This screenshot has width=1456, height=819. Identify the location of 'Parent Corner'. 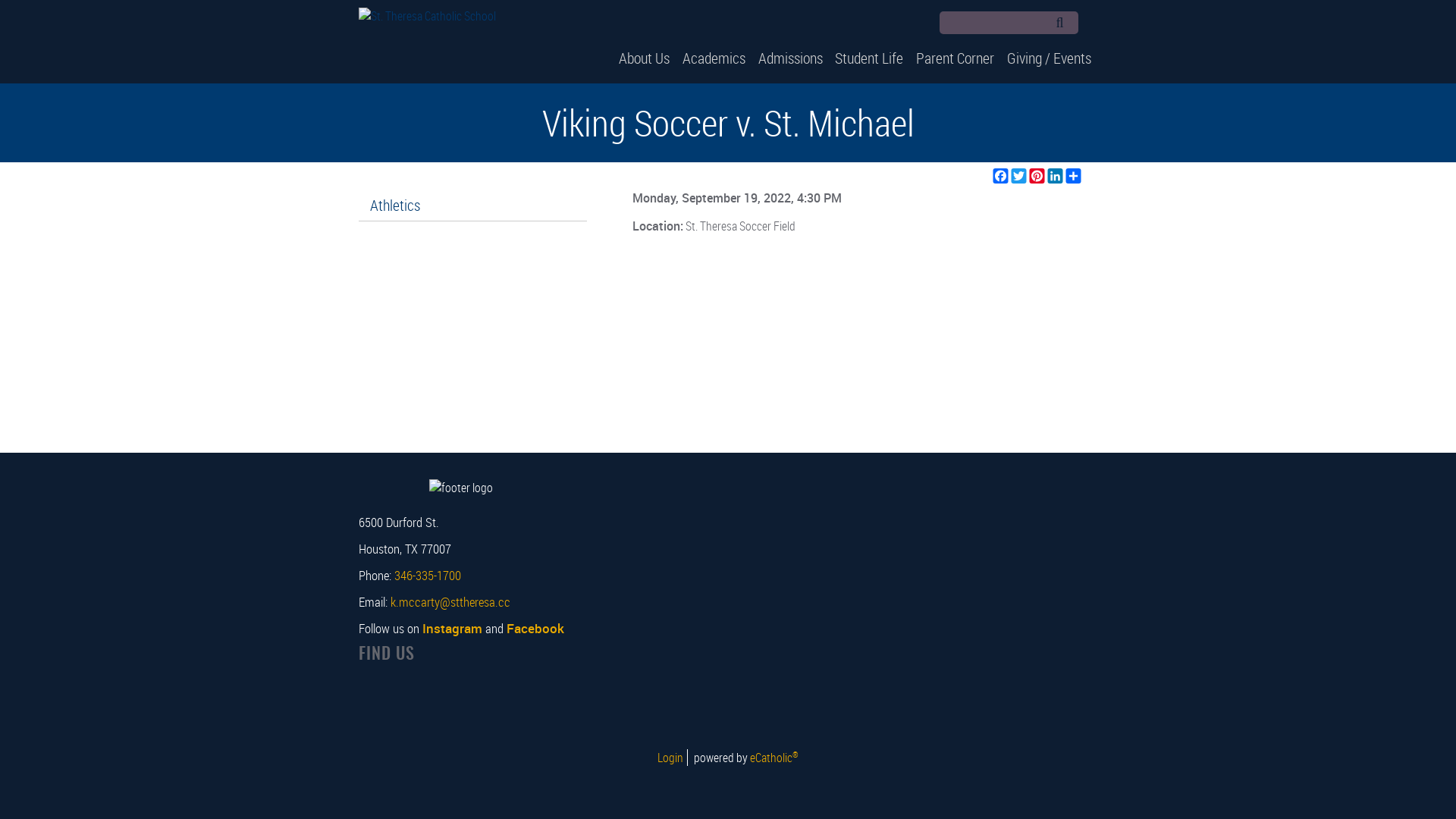
(954, 57).